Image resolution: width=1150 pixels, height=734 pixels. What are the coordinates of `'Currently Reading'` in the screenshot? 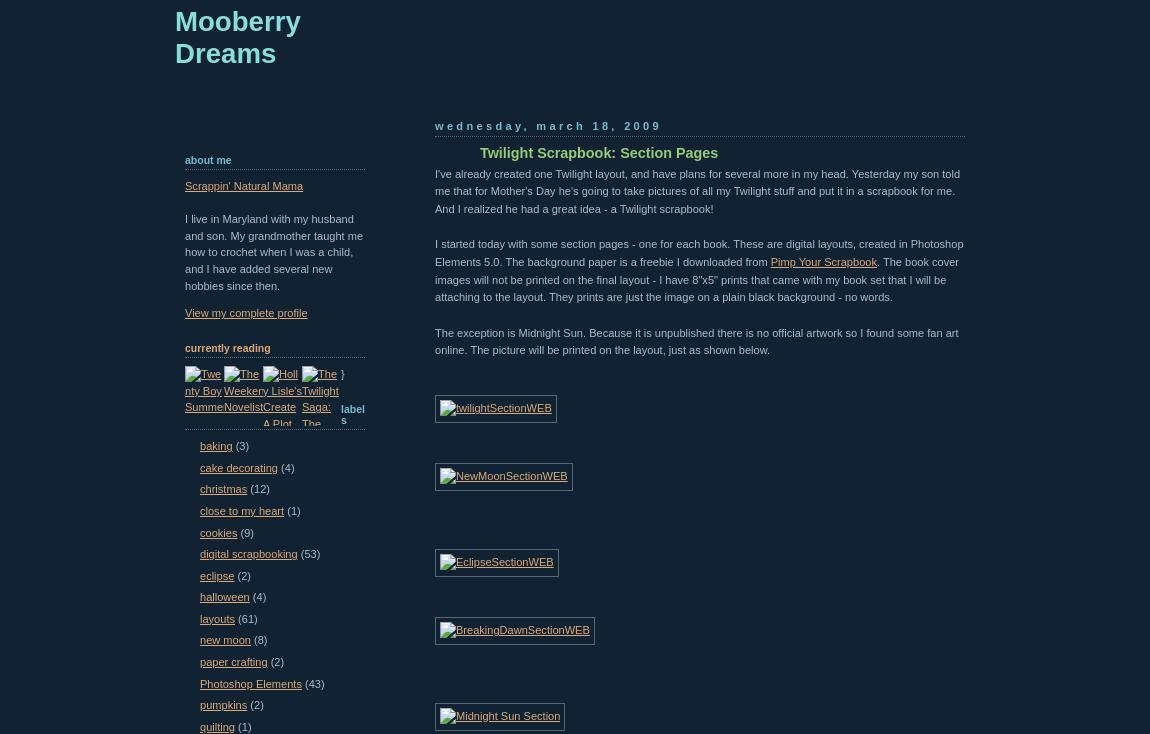 It's located at (226, 347).